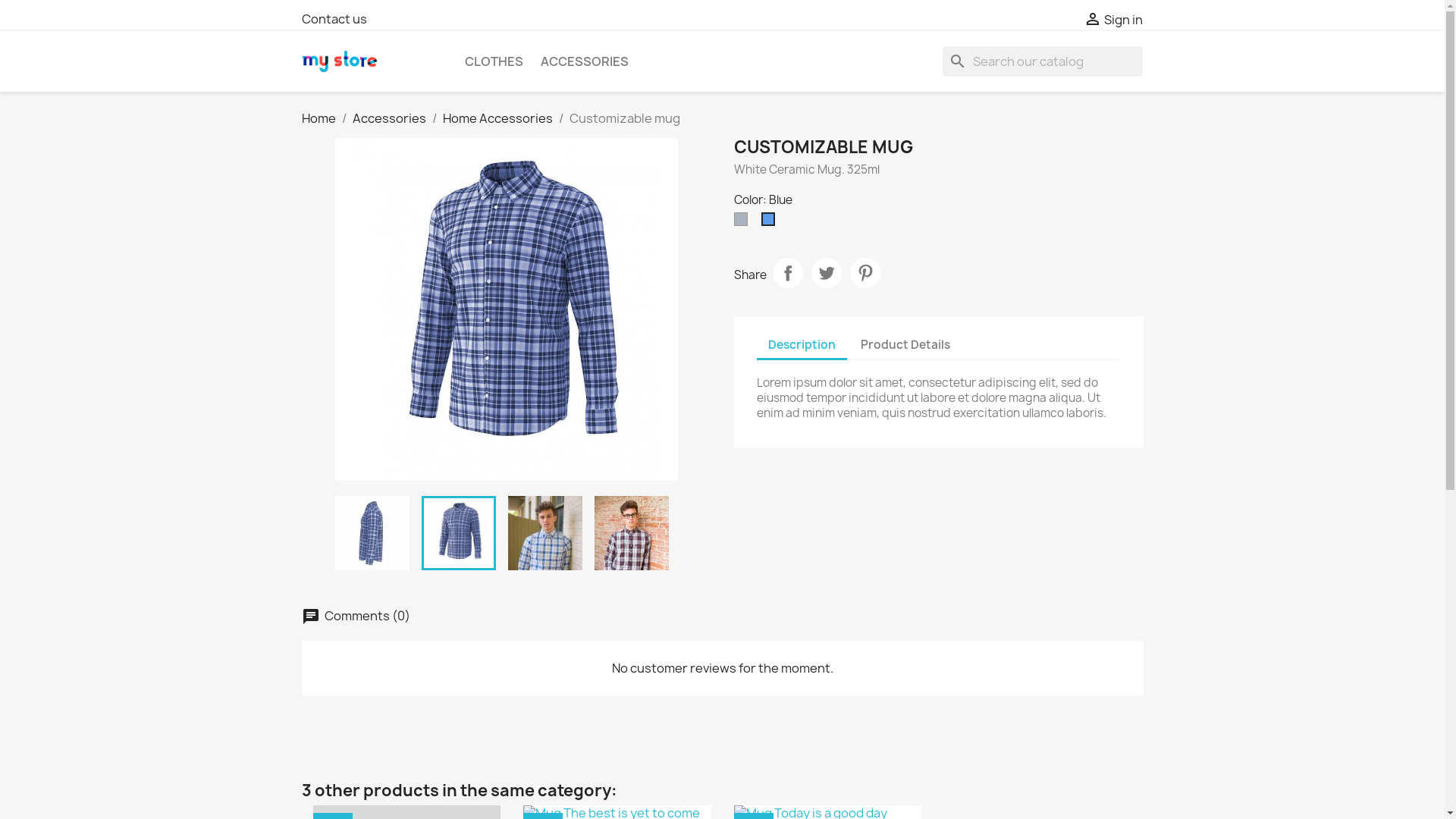 This screenshot has height=819, width=1456. What do you see at coordinates (801, 345) in the screenshot?
I see `'Description'` at bounding box center [801, 345].